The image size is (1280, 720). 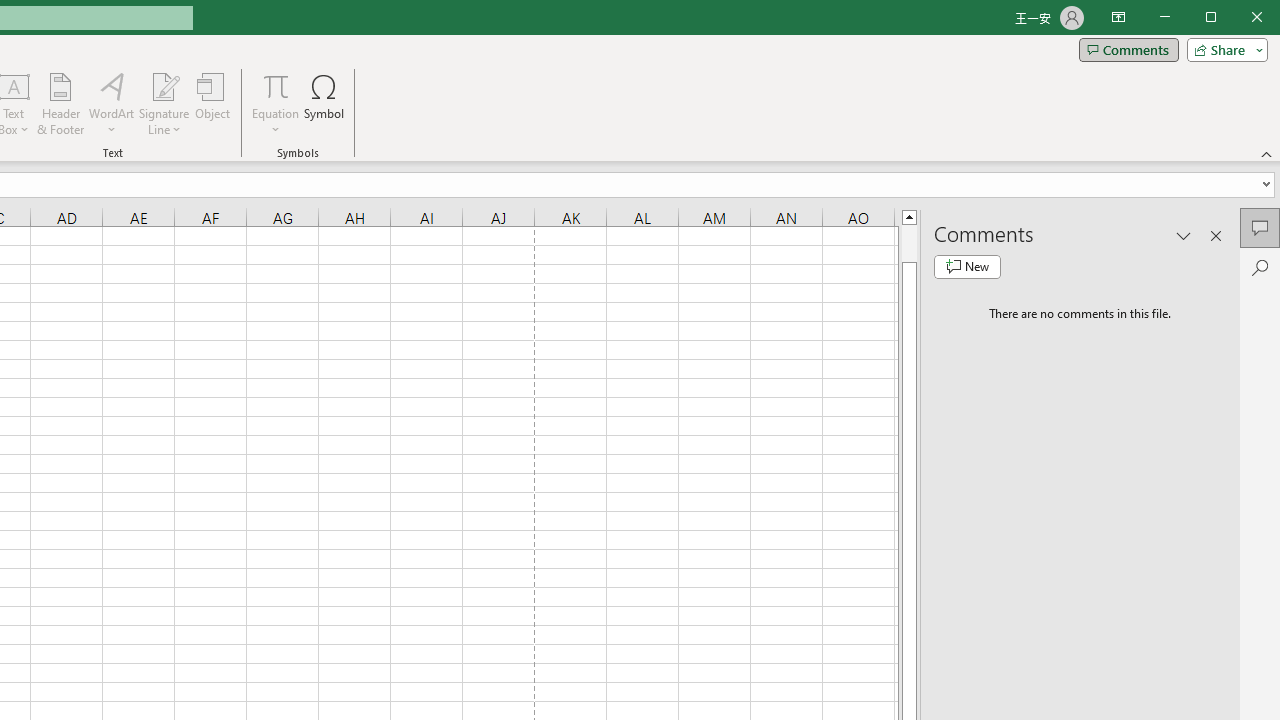 I want to click on 'Header & Footer...', so click(x=60, y=104).